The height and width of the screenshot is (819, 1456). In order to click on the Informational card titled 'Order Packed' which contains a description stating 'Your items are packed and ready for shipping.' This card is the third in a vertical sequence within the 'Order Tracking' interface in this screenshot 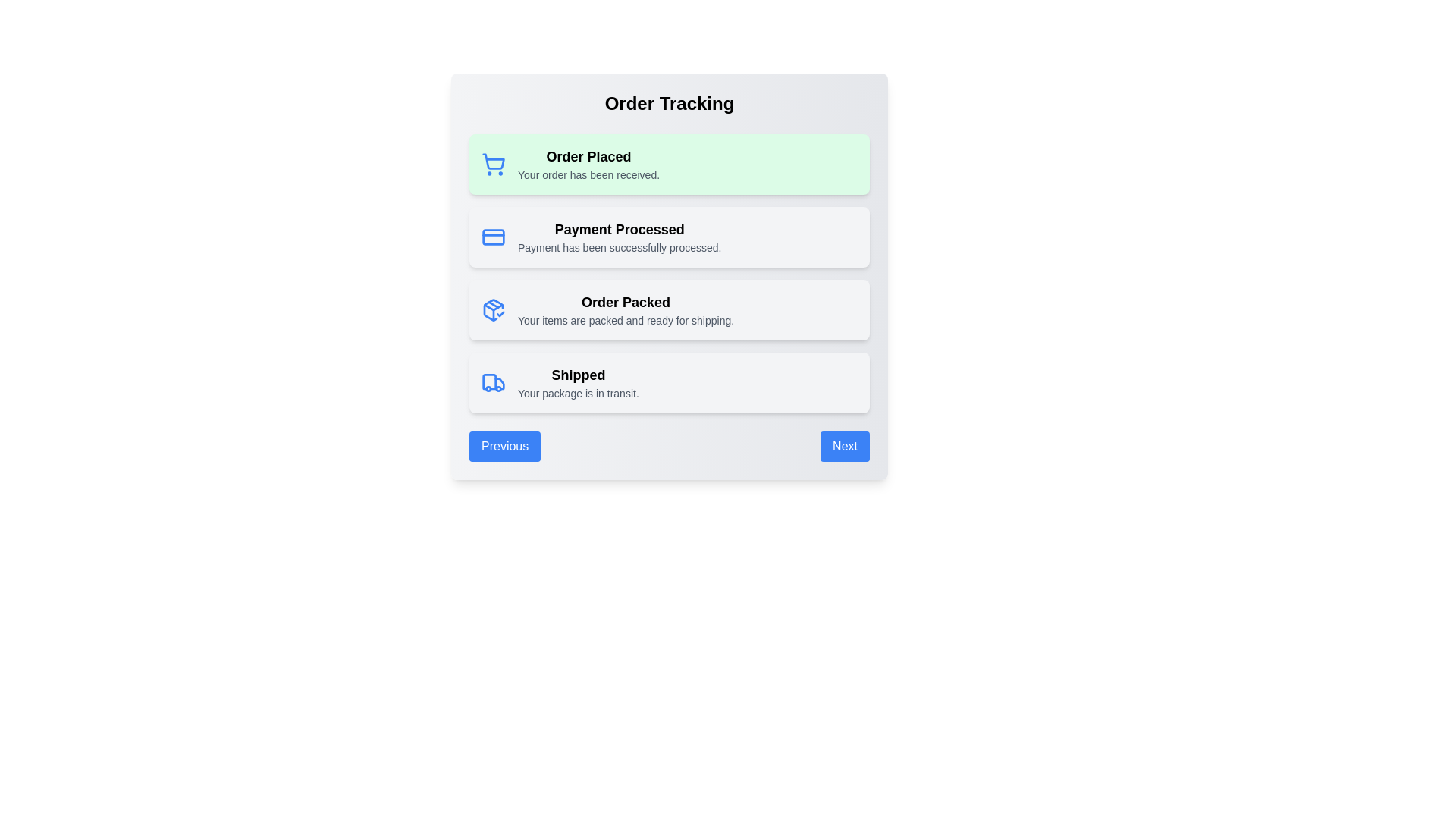, I will do `click(669, 277)`.